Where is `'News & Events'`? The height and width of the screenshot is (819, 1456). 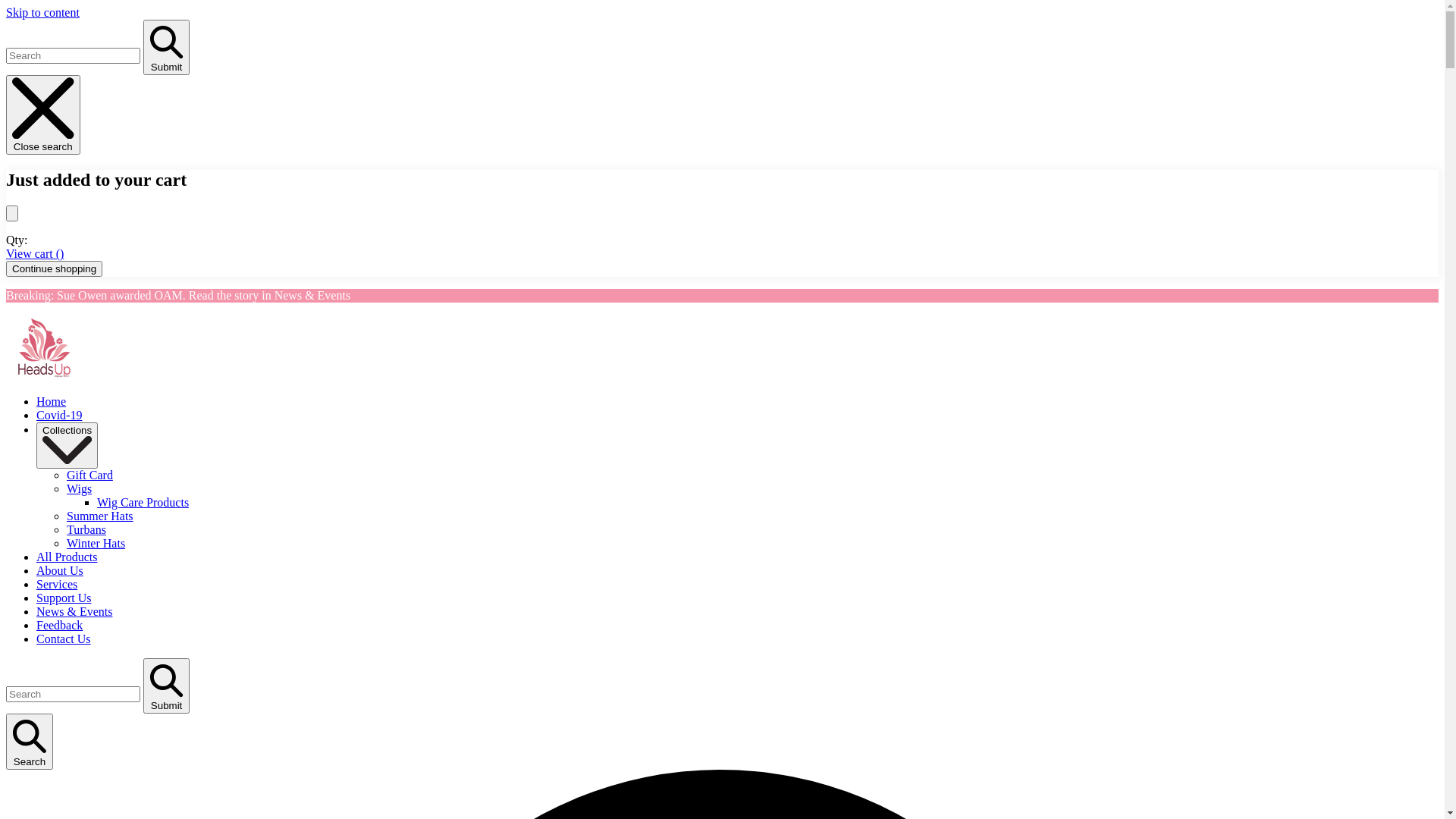
'News & Events' is located at coordinates (73, 610).